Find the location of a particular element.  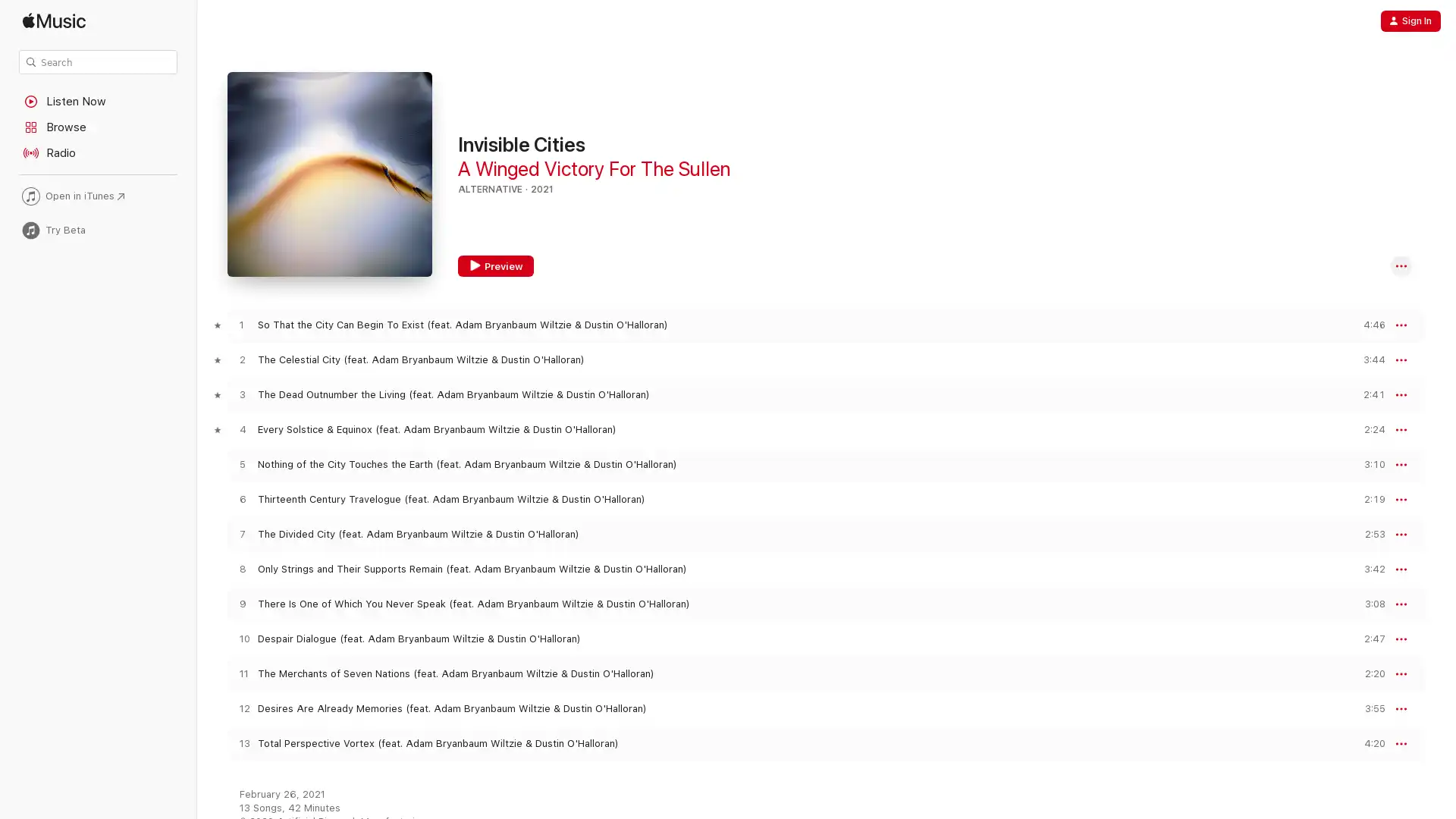

Preview is located at coordinates (1368, 673).